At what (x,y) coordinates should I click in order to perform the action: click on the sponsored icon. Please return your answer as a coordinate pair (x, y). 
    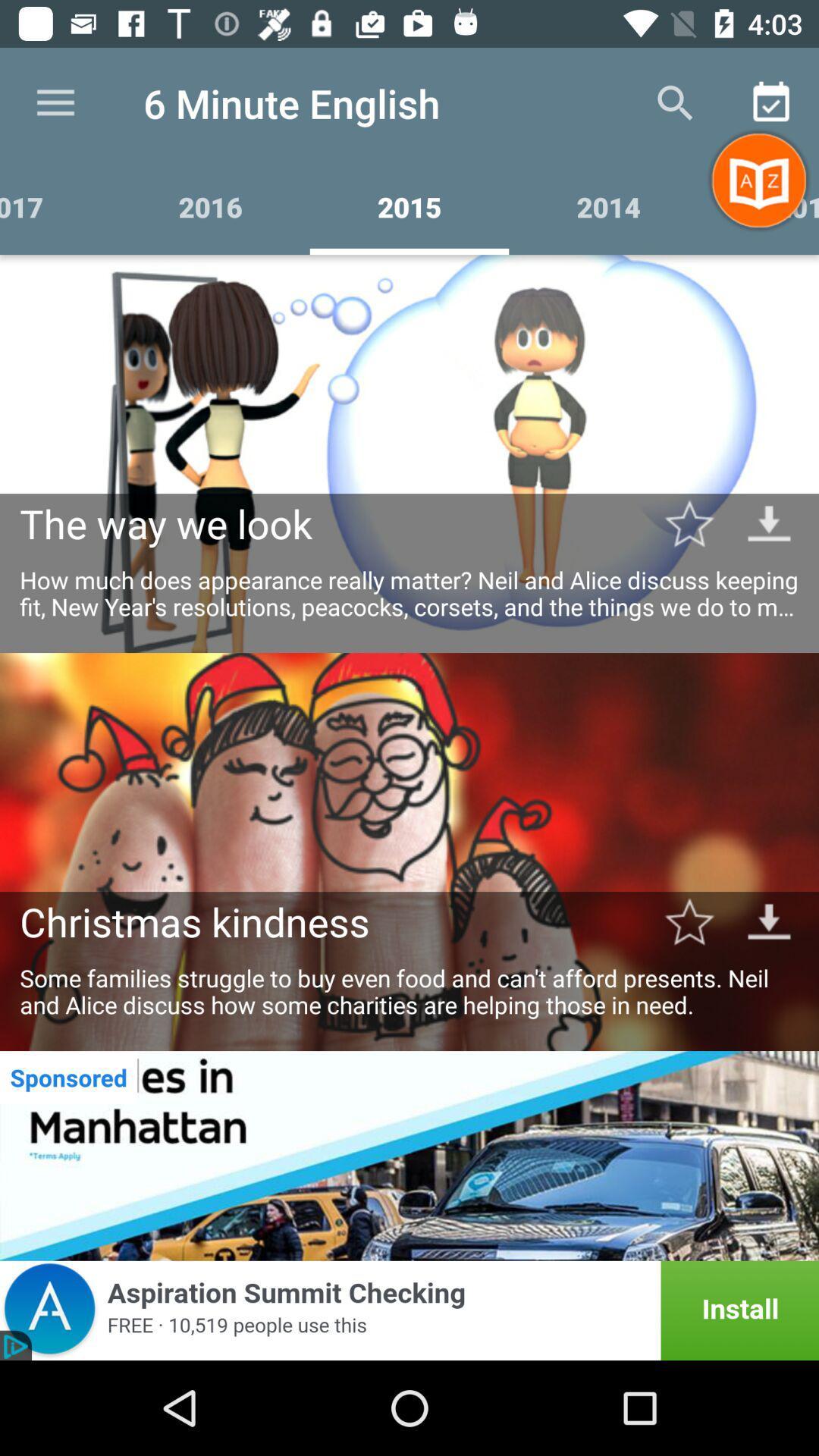
    Looking at the image, I should click on (68, 1076).